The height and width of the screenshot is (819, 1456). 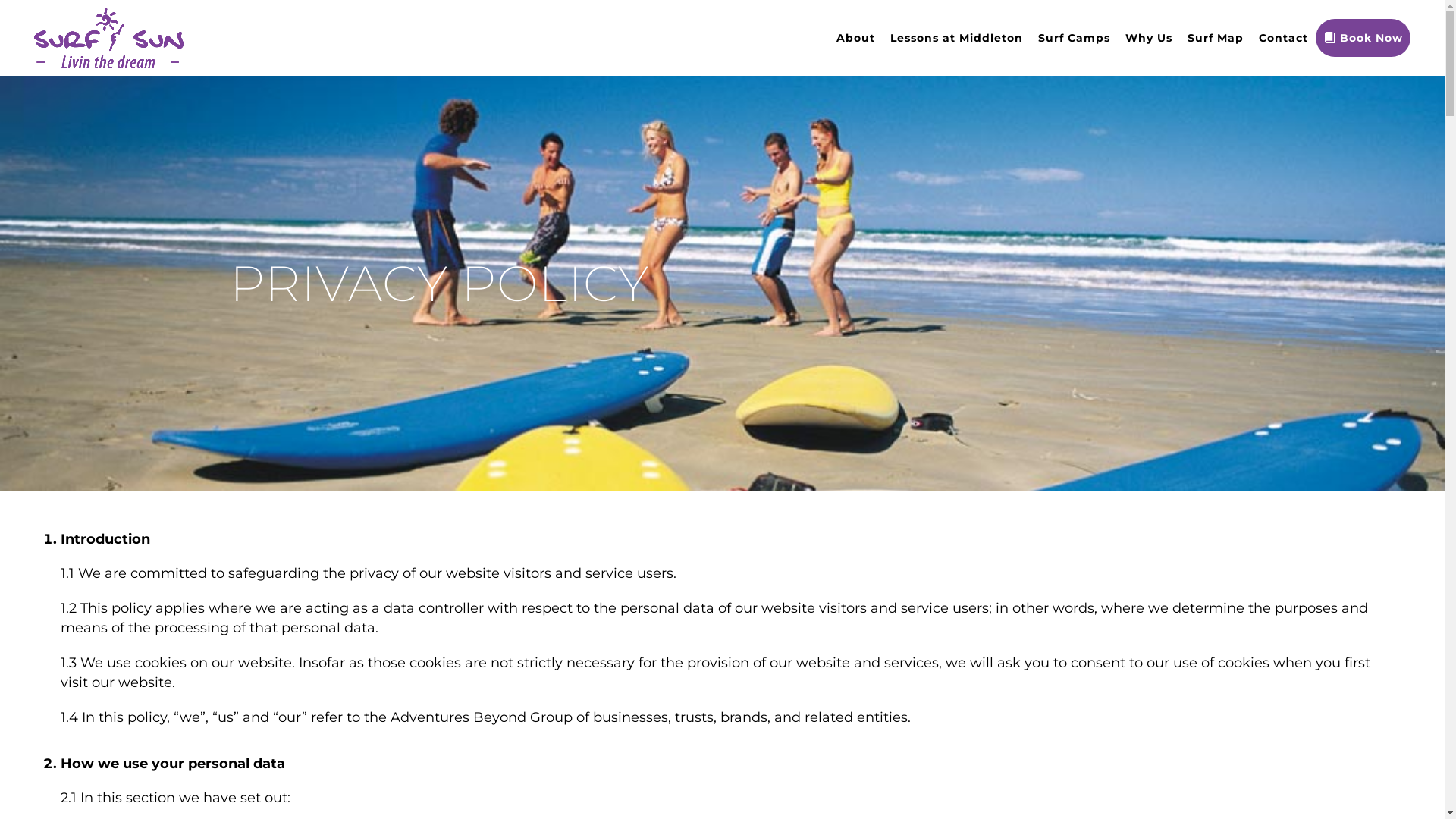 What do you see at coordinates (1363, 37) in the screenshot?
I see `'Book Now'` at bounding box center [1363, 37].